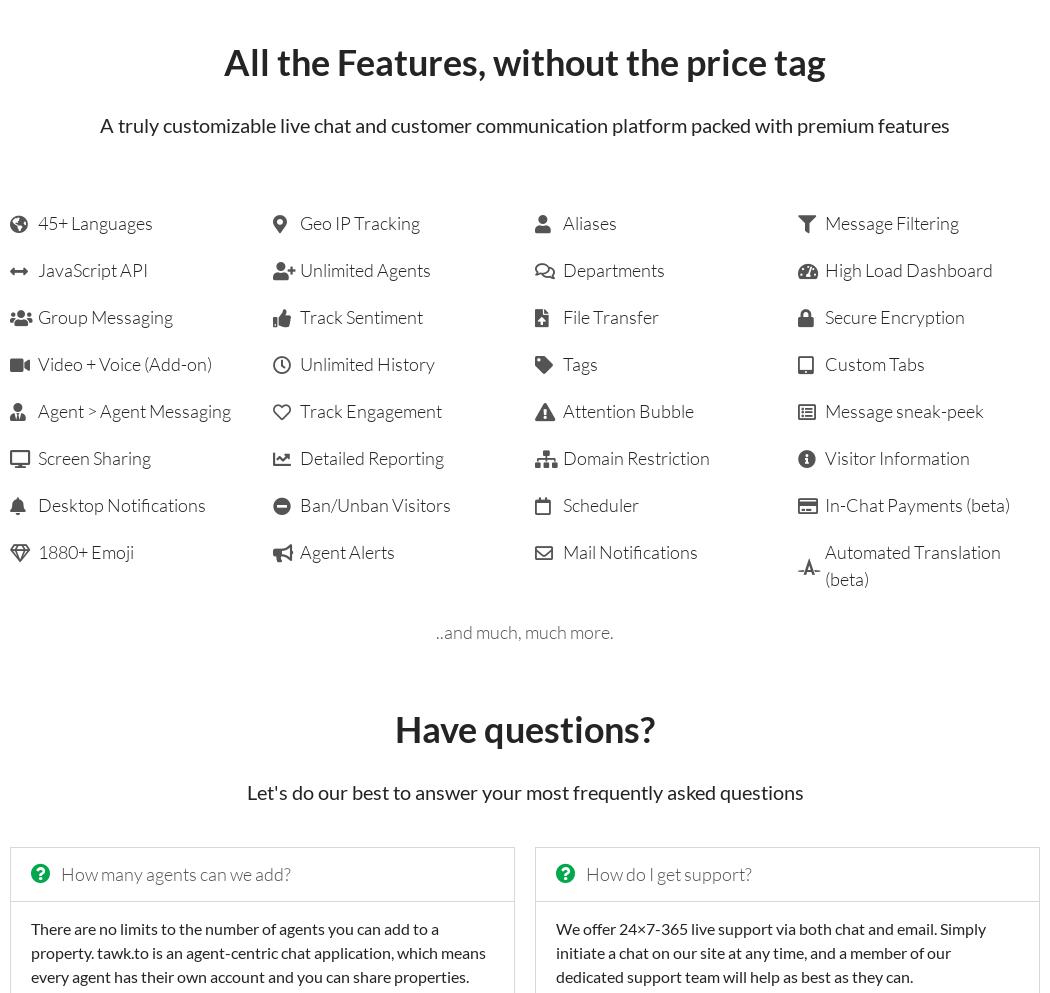  Describe the element at coordinates (366, 364) in the screenshot. I see `'Unlimited History'` at that location.